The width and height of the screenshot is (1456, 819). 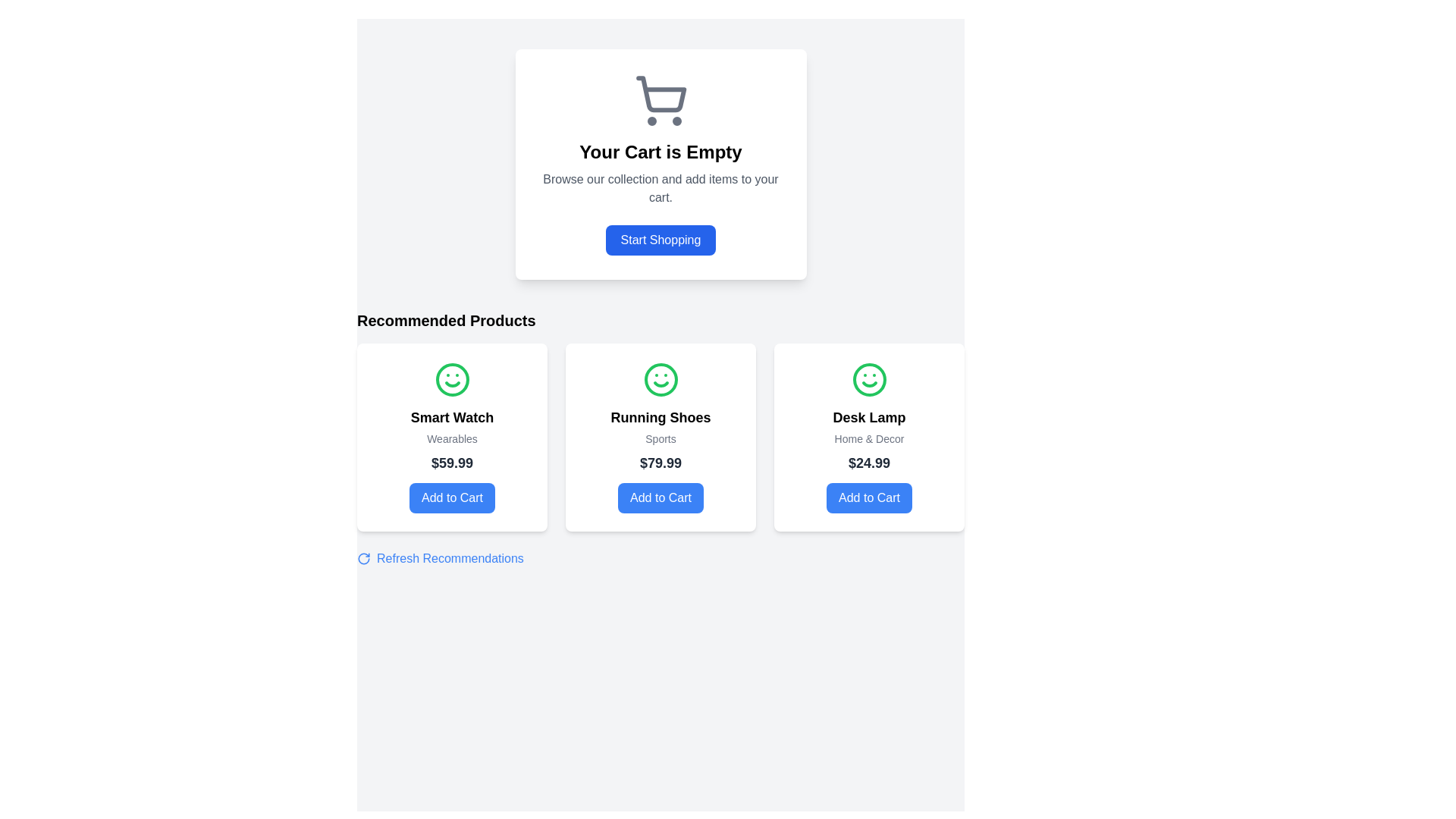 I want to click on the 'Add to Cart' button, so click(x=451, y=497).